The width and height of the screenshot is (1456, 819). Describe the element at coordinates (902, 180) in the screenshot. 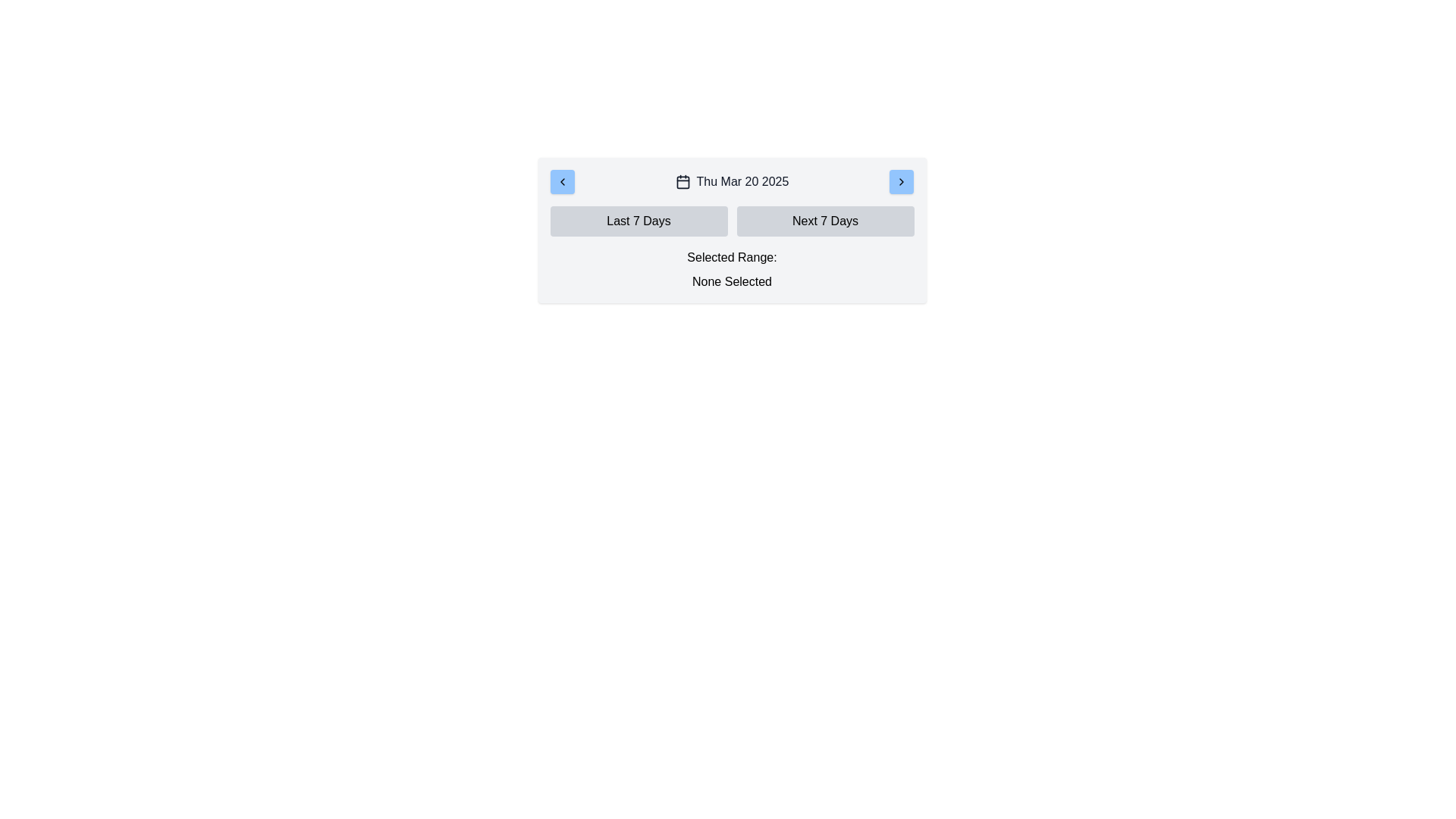

I see `the right-facing chevron icon located in the top-right corner of the interface panel` at that location.